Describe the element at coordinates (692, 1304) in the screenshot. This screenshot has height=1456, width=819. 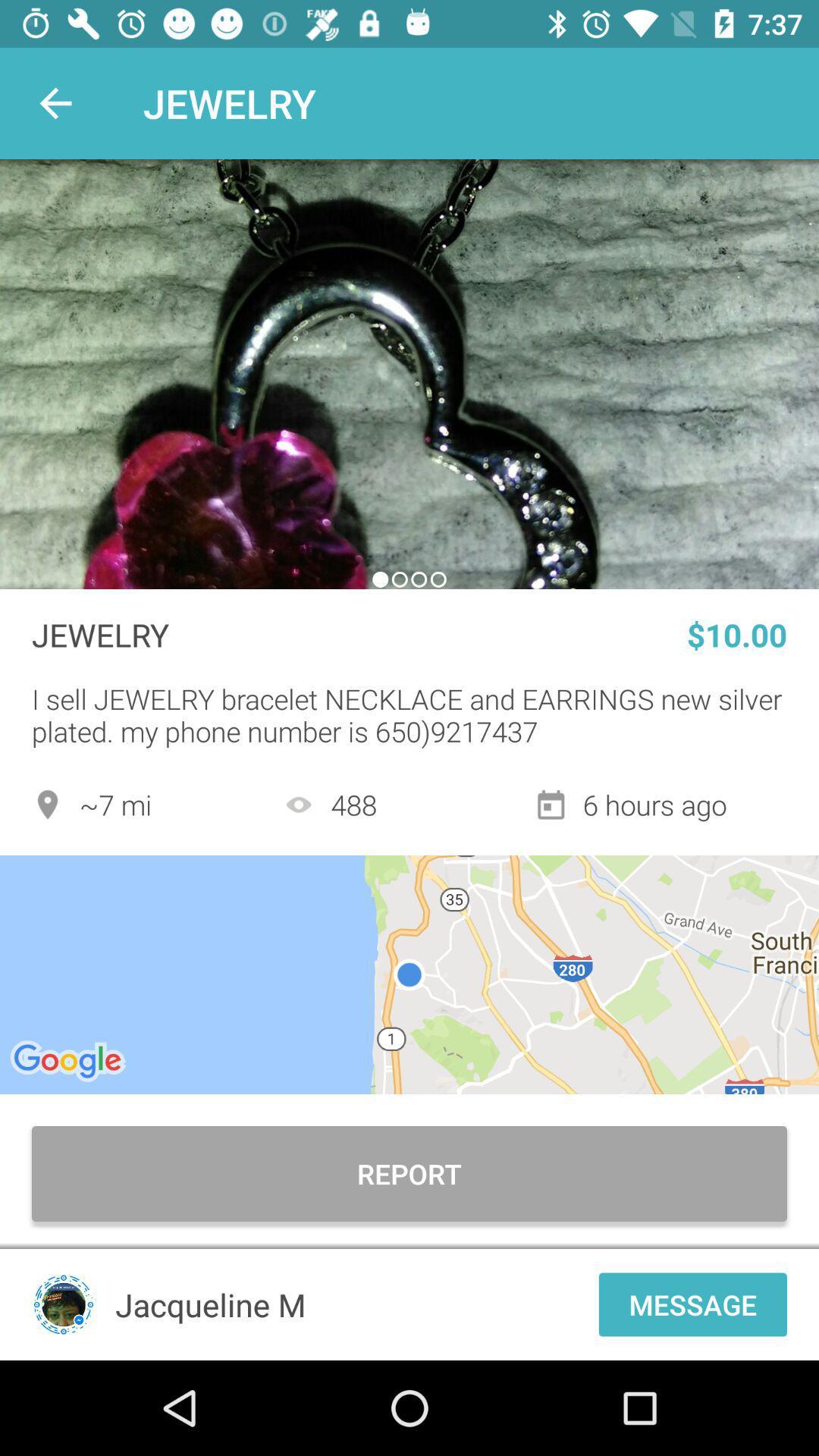
I see `the message item` at that location.